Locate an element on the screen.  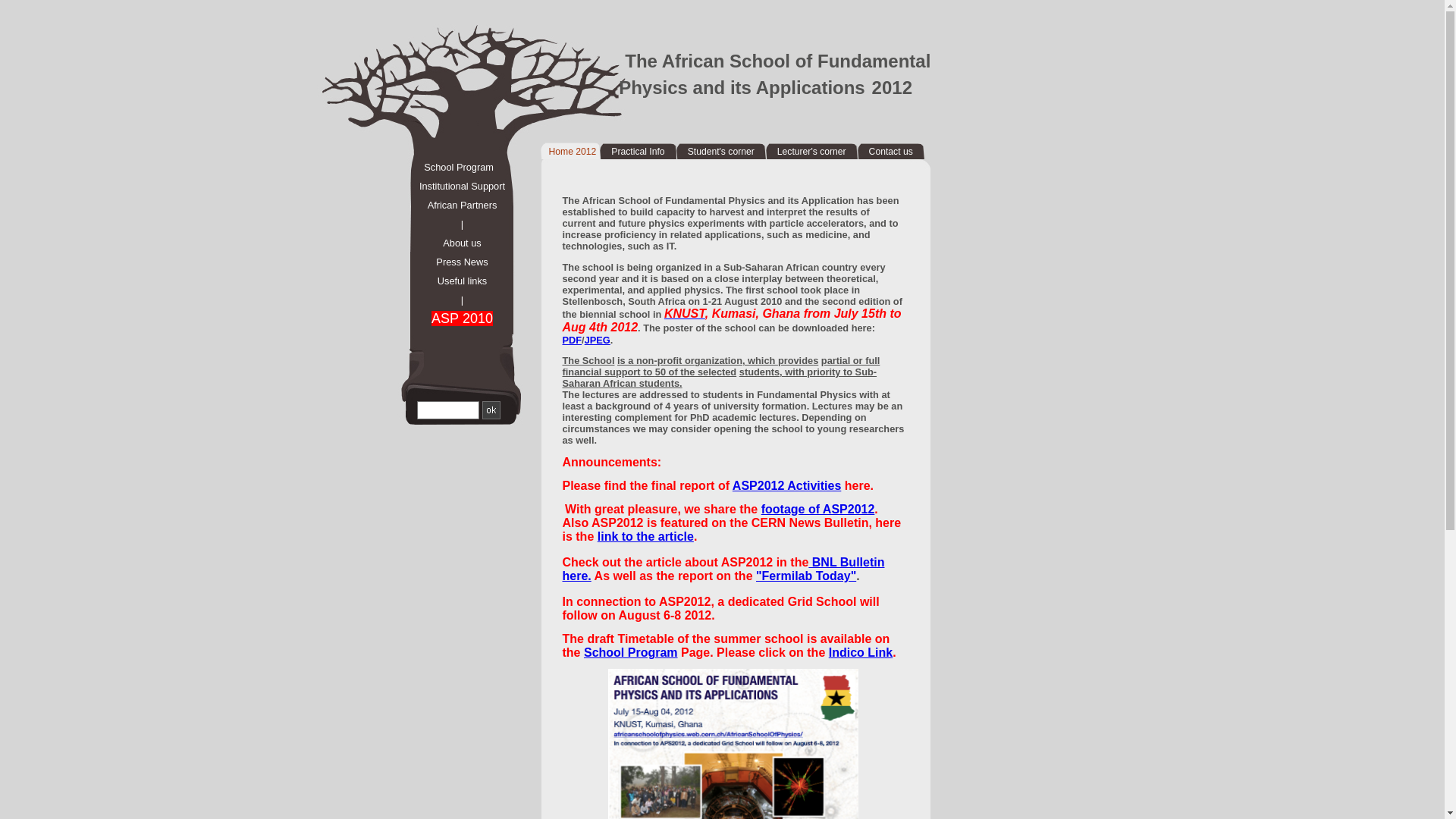
'Student's corner' is located at coordinates (720, 152).